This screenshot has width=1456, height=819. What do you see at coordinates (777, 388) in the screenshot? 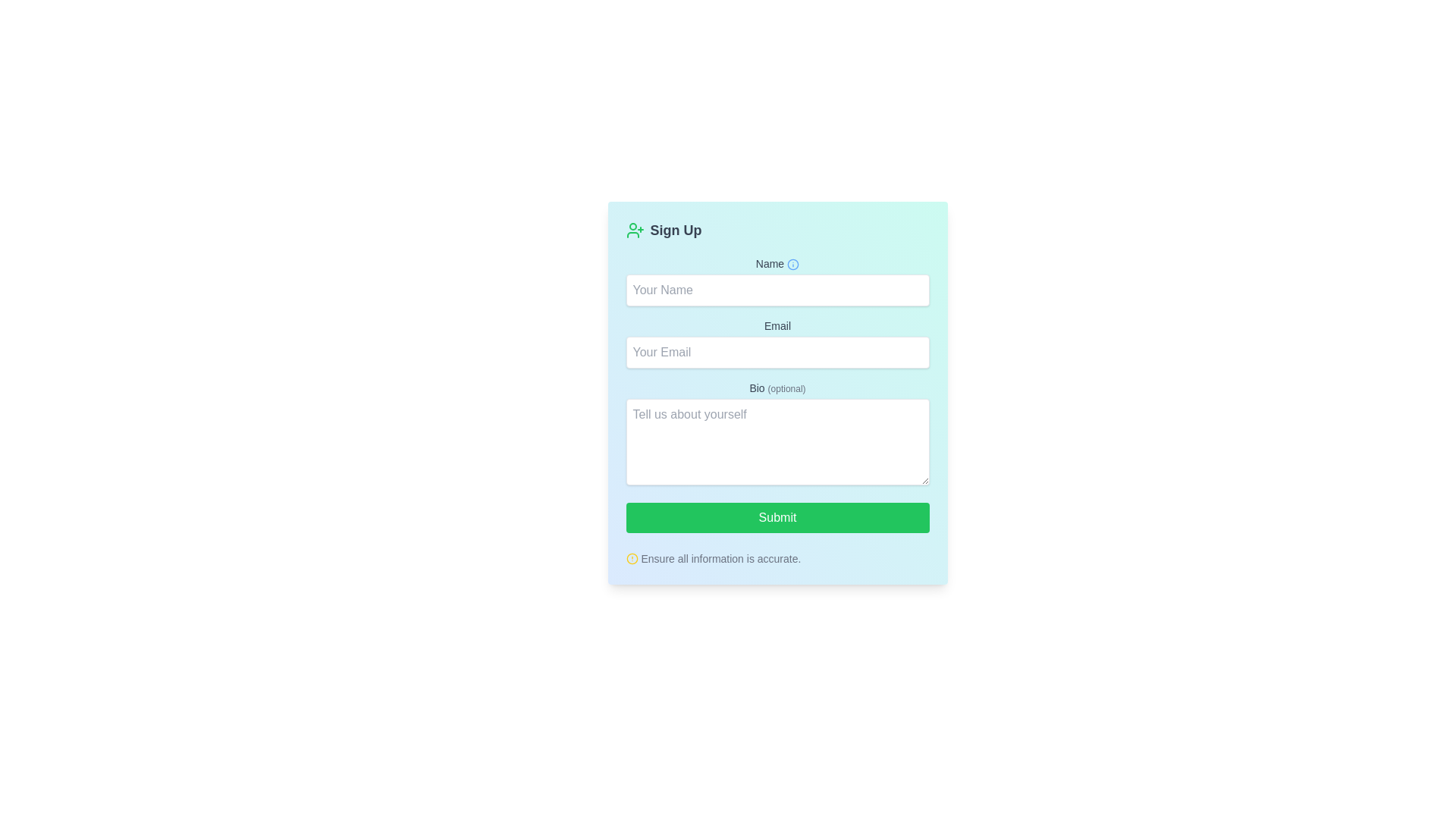
I see `the 'Bio' label that indicates the optional nature of the 'Bio' input field` at bounding box center [777, 388].